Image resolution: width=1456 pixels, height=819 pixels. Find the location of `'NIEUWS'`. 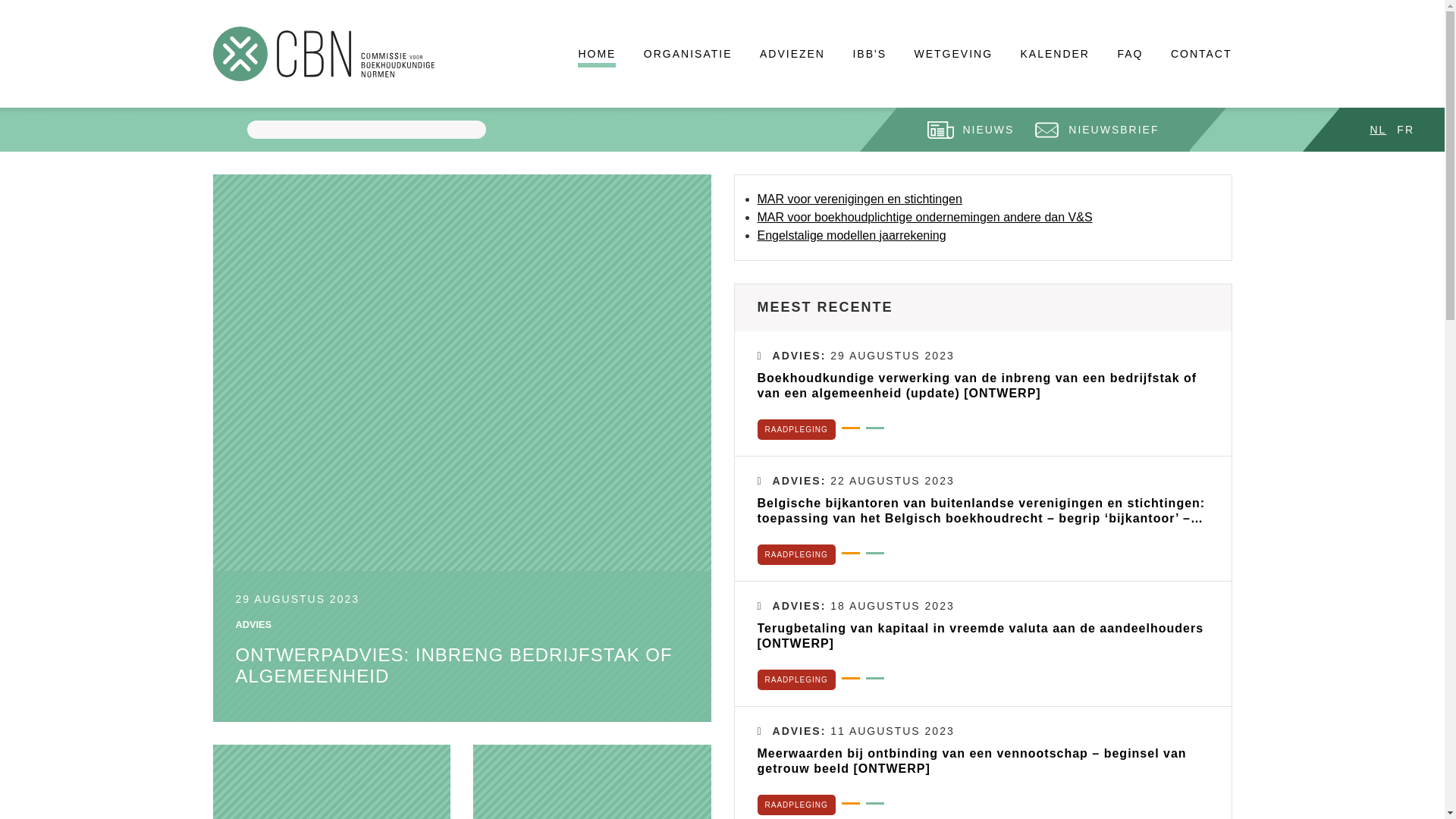

'NIEUWS' is located at coordinates (969, 130).